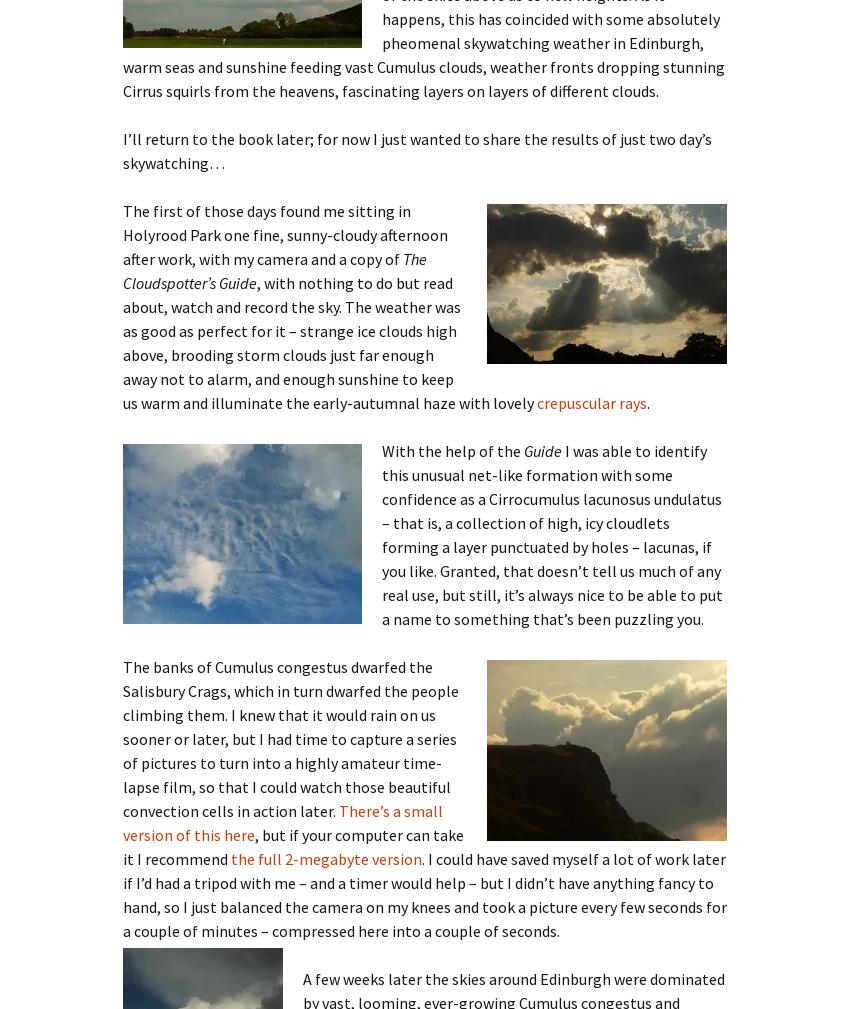  What do you see at coordinates (281, 822) in the screenshot?
I see `'There’s a small version of this here'` at bounding box center [281, 822].